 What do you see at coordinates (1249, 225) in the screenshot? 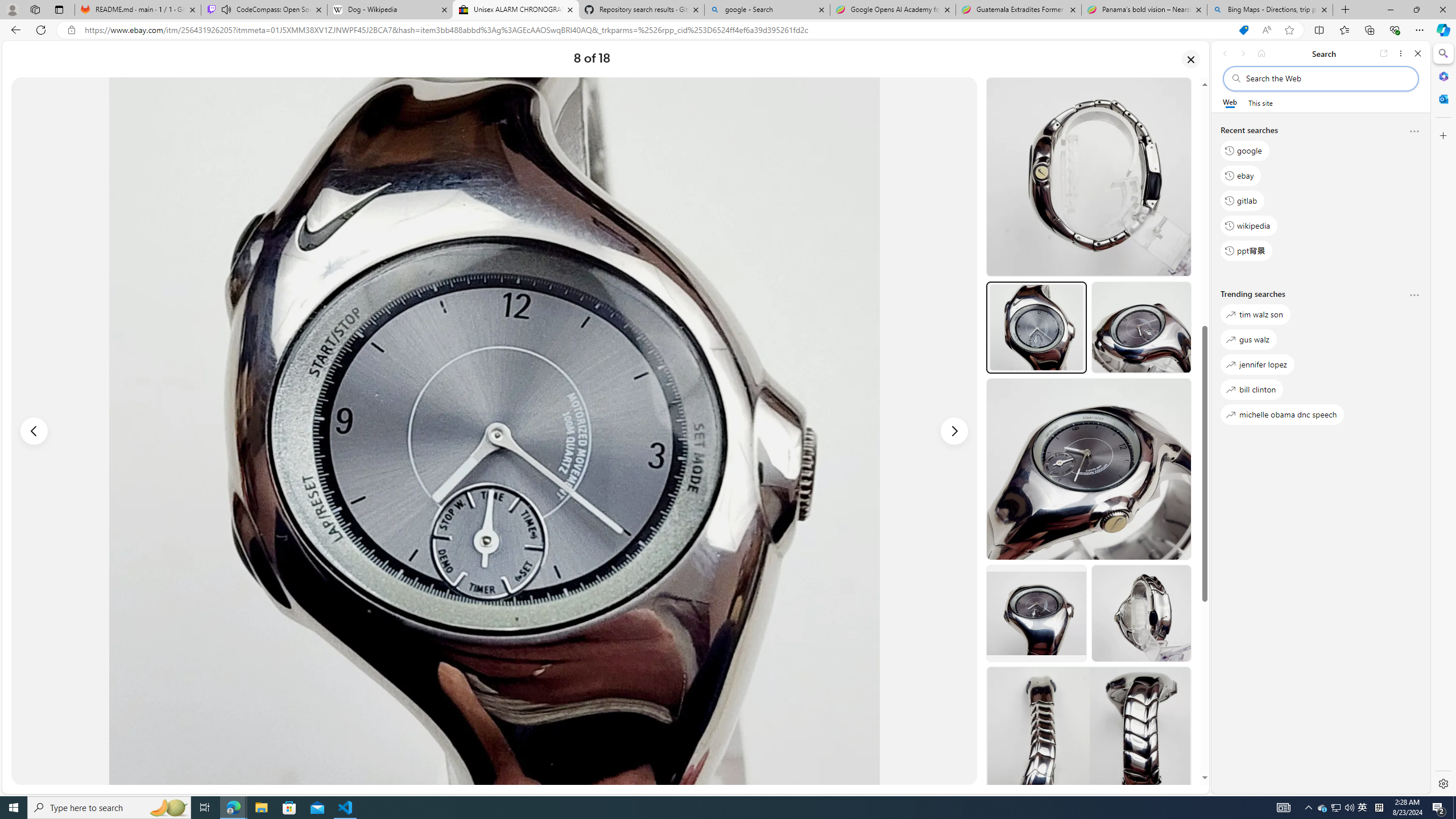
I see `'wikipedia'` at bounding box center [1249, 225].